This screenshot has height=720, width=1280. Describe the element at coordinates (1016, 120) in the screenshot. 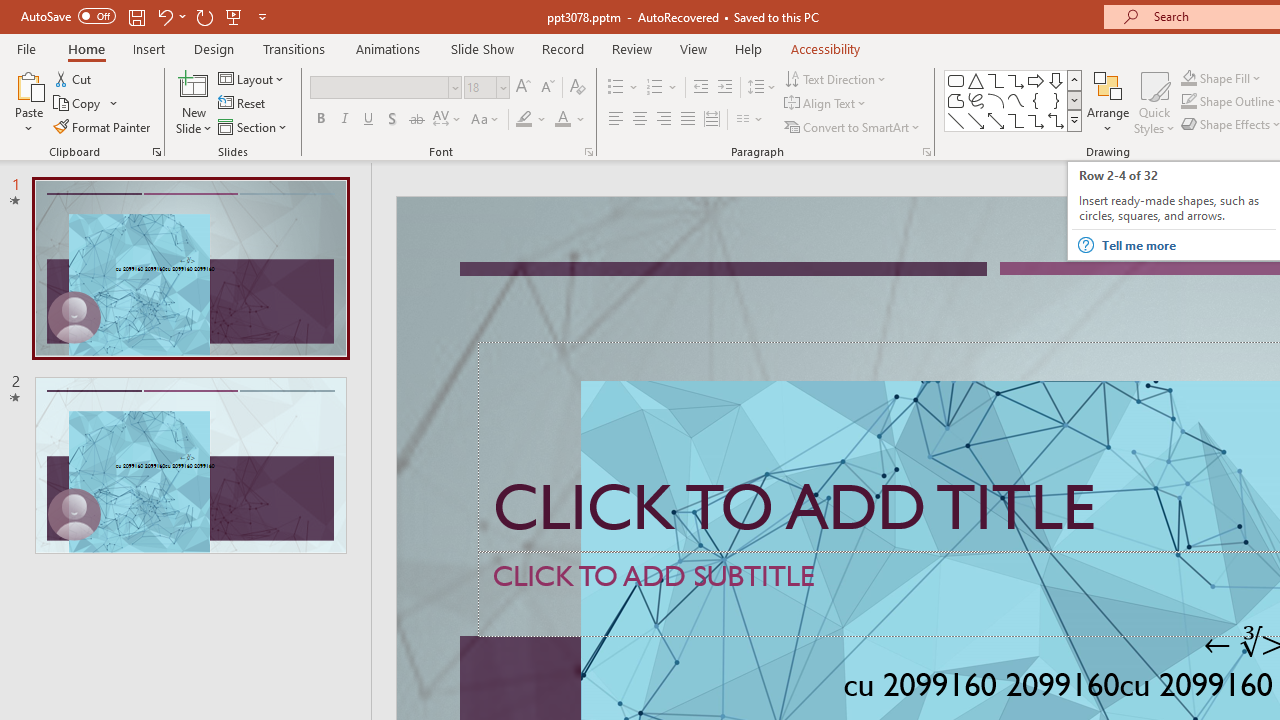

I see `'Connector: Elbow'` at that location.